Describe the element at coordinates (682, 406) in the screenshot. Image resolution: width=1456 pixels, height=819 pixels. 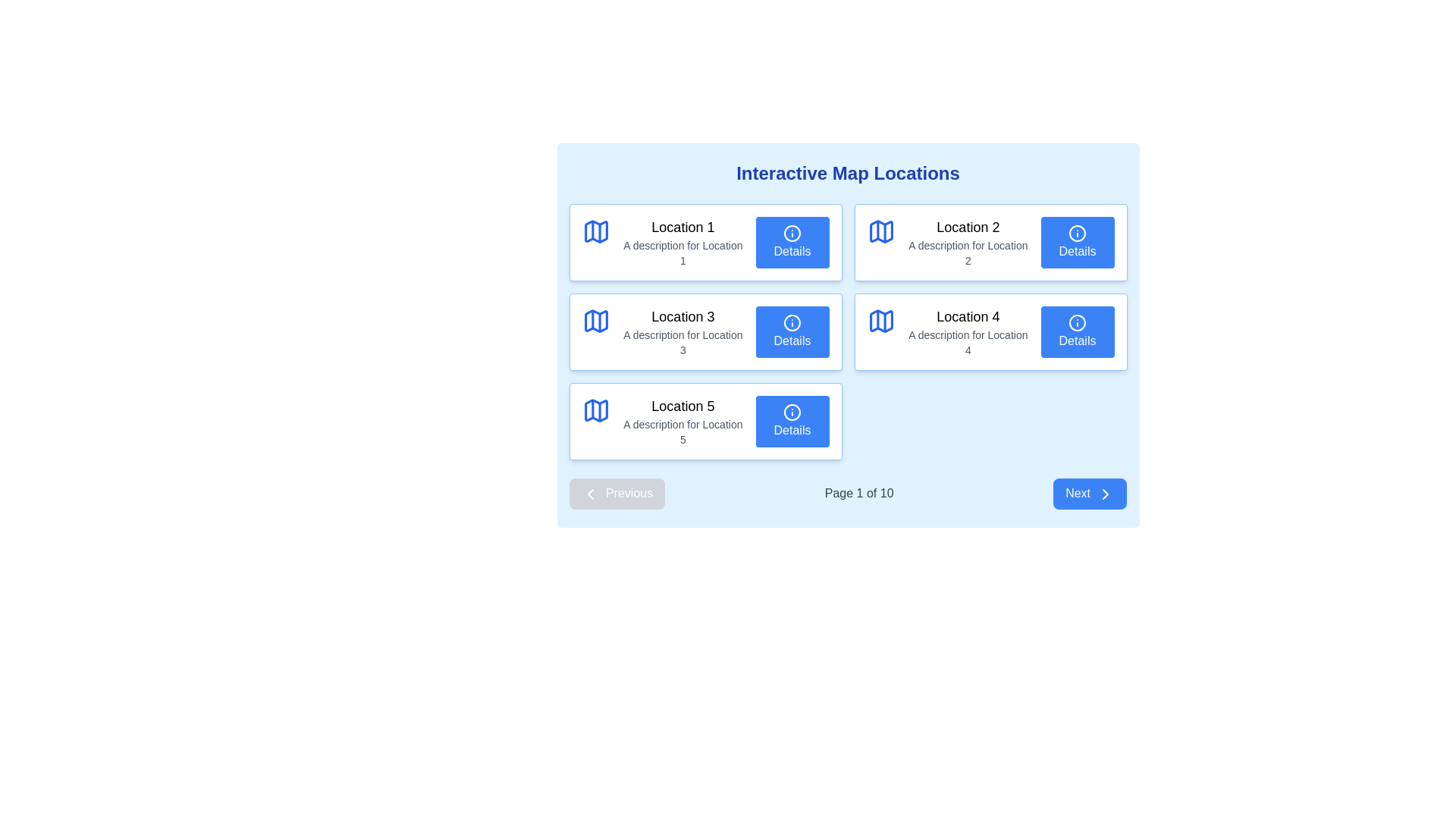
I see `the text label 'Location 5'` at that location.